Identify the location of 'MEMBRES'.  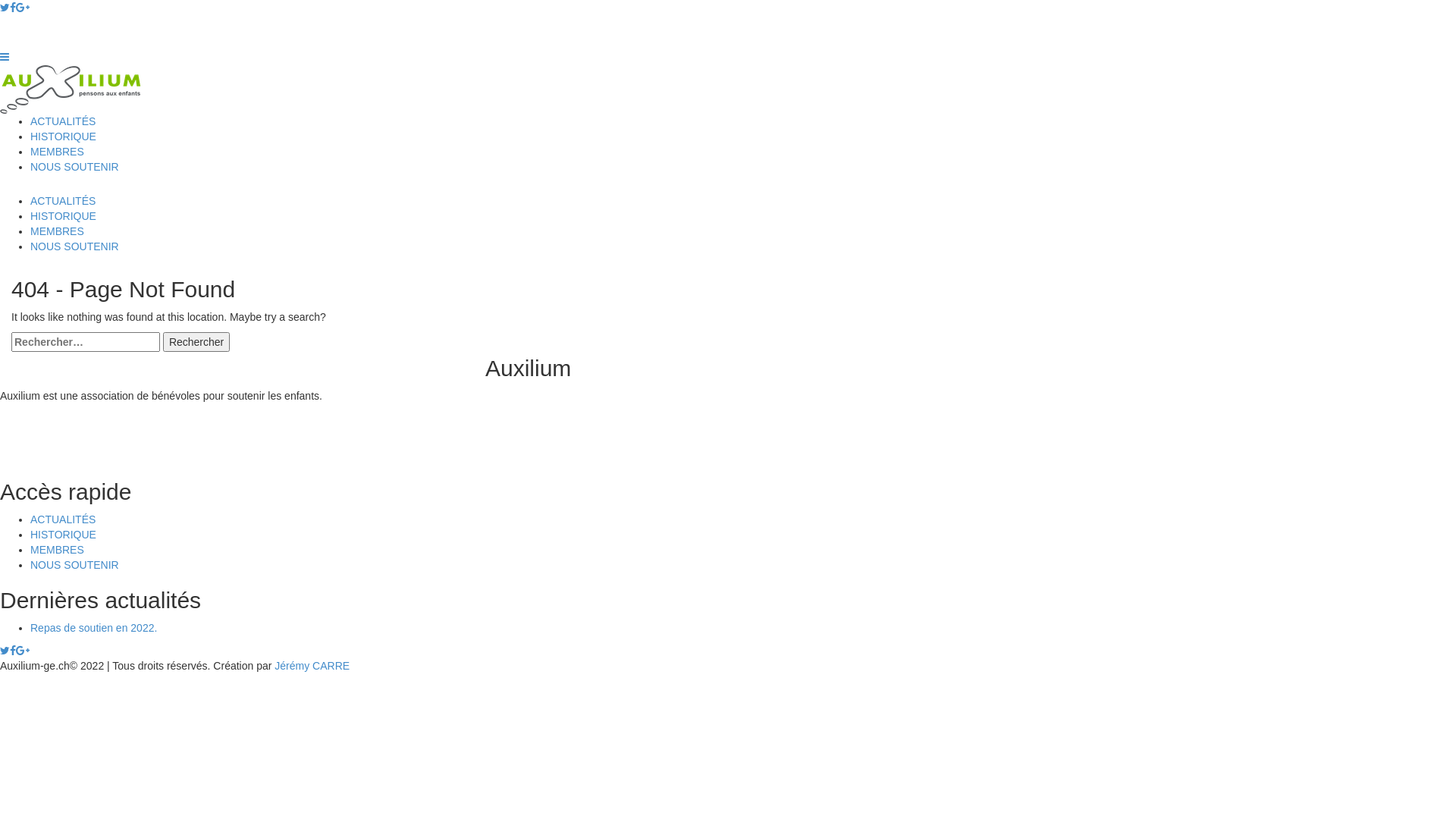
(30, 231).